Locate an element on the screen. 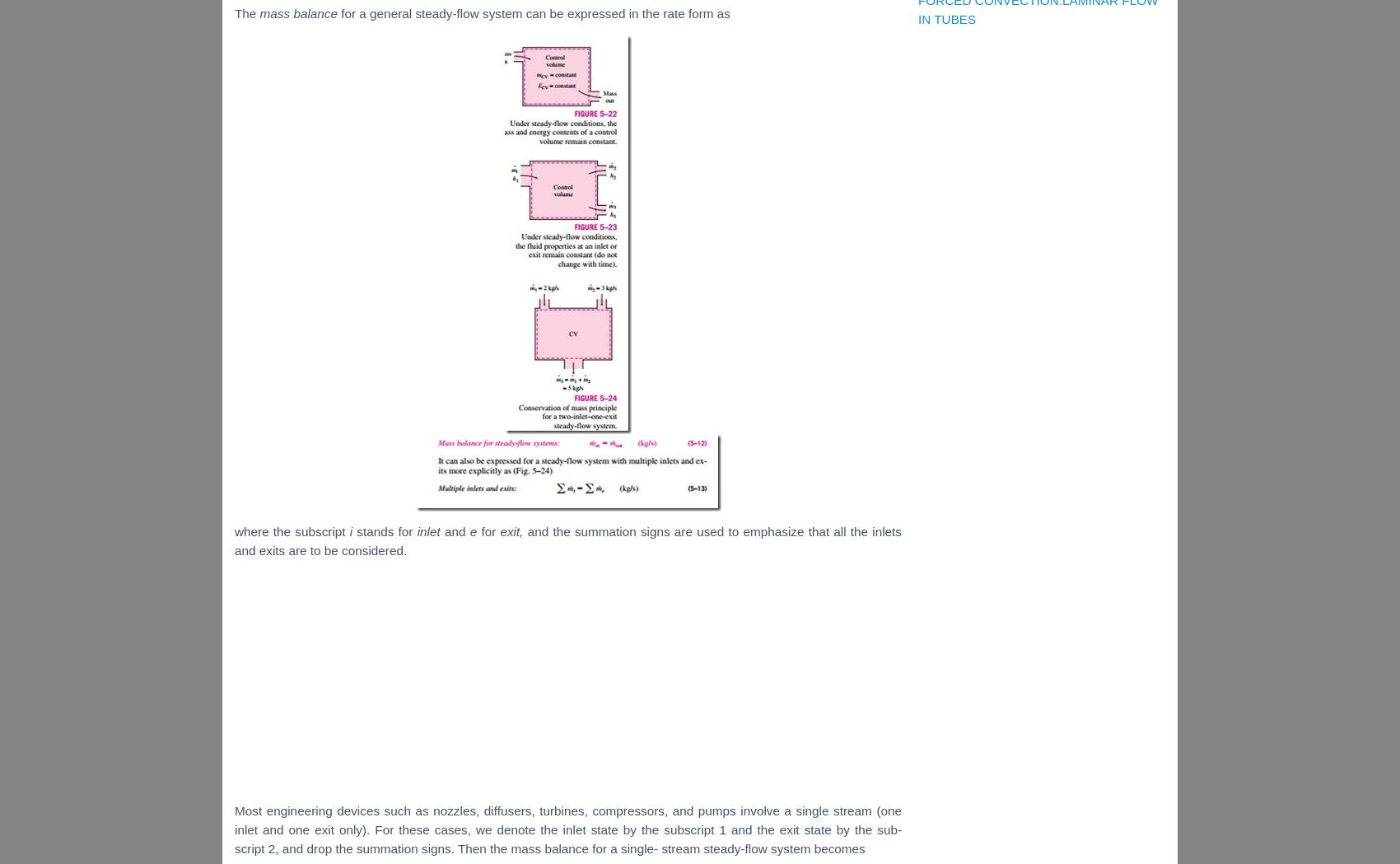 The image size is (1400, 864). 'for a general steady-flow system can be expressed in the rate form as' is located at coordinates (535, 12).